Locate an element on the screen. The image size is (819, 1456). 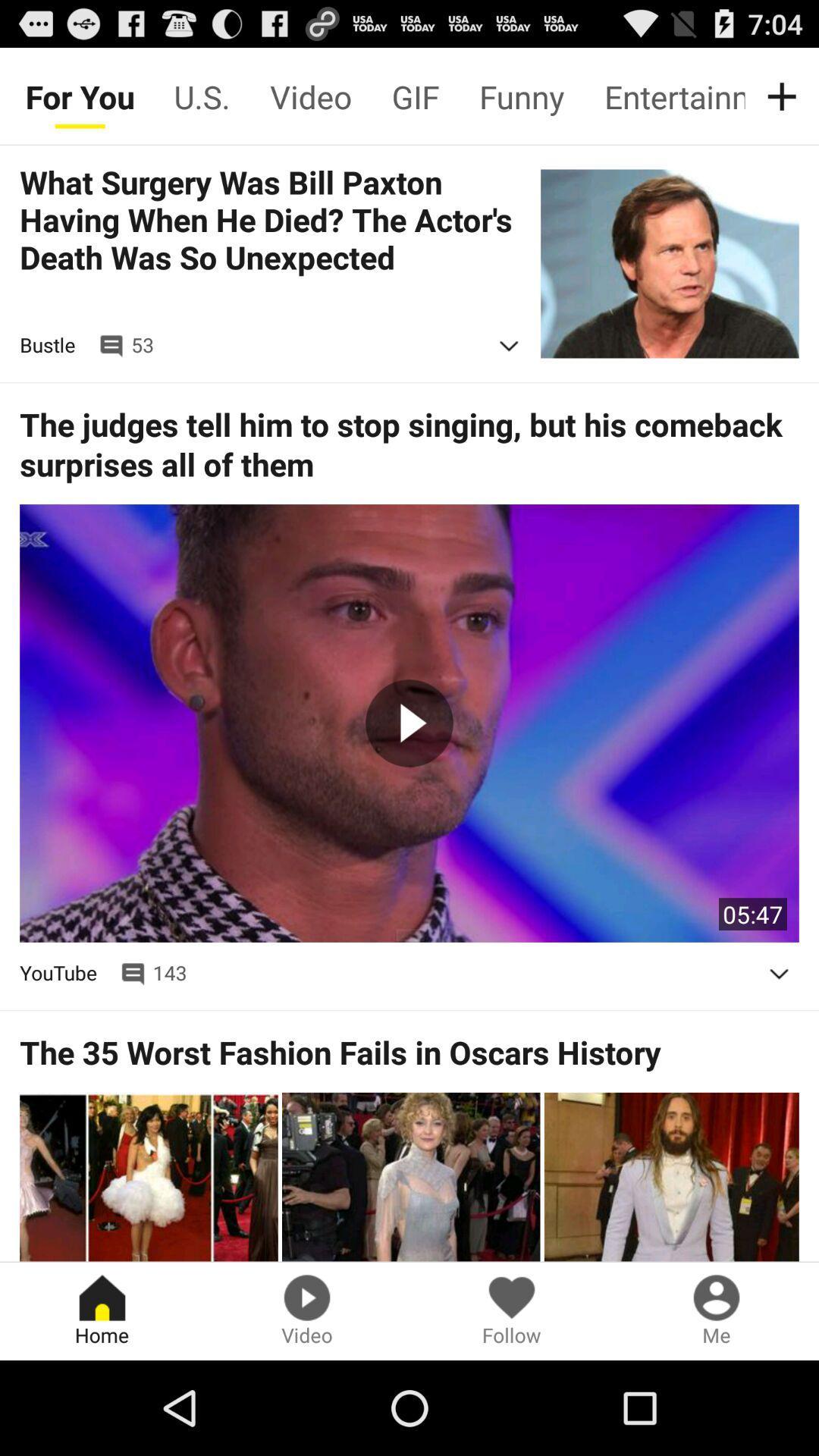
expand article is located at coordinates (509, 345).